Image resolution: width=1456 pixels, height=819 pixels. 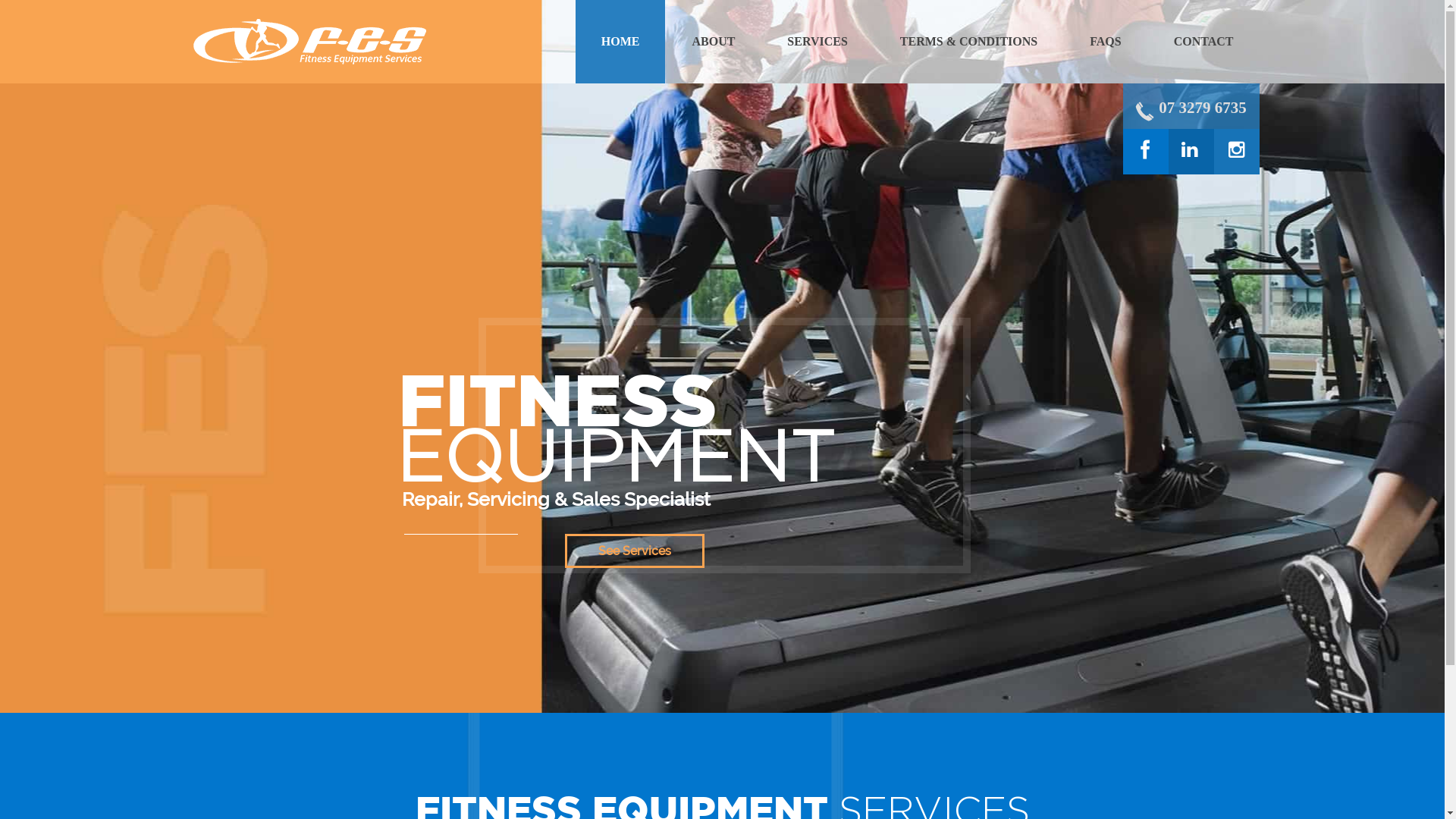 I want to click on 'TERMS & CONDITIONS', so click(x=874, y=40).